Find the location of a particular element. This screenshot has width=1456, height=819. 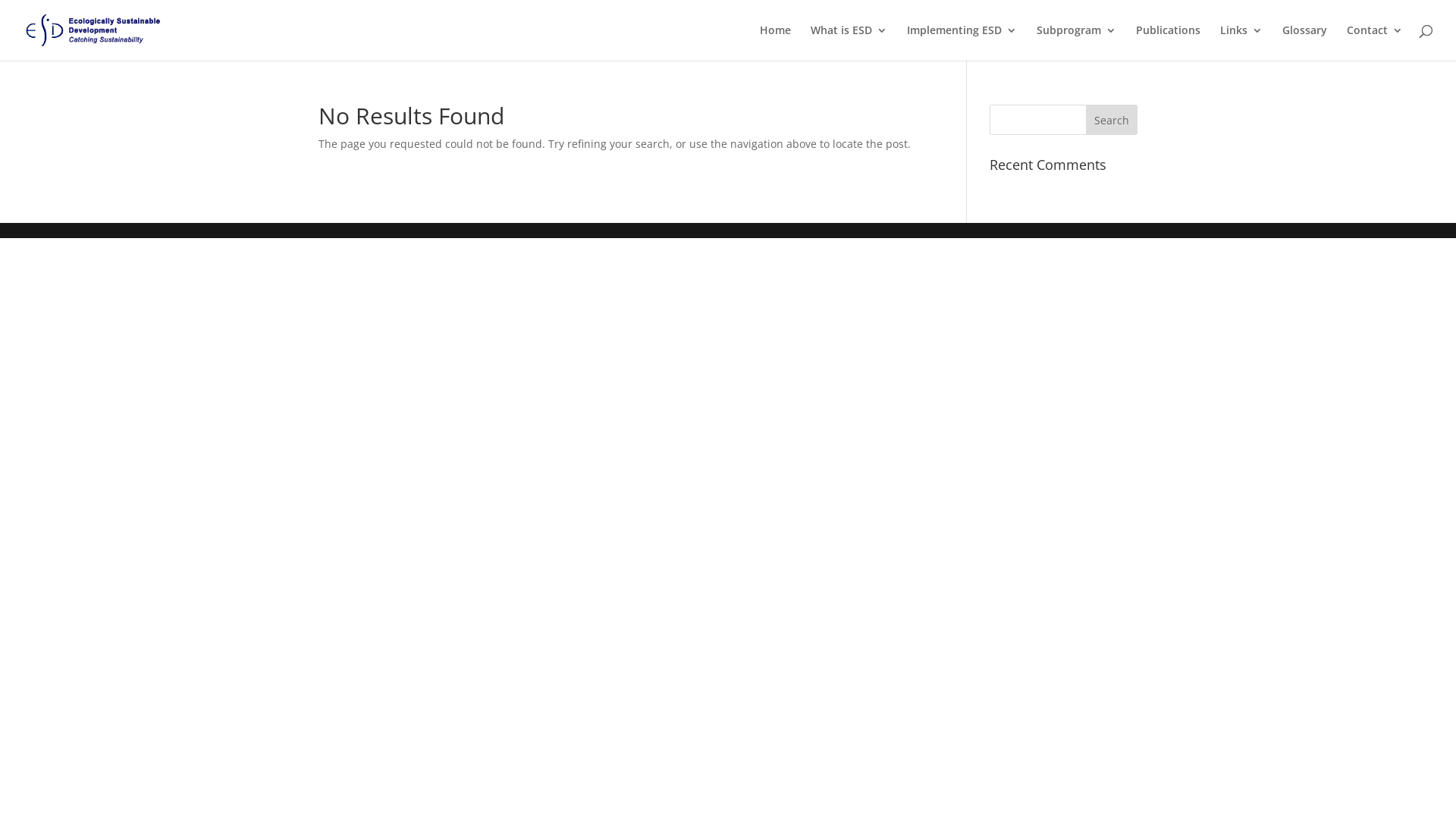

'Glossary' is located at coordinates (1304, 42).